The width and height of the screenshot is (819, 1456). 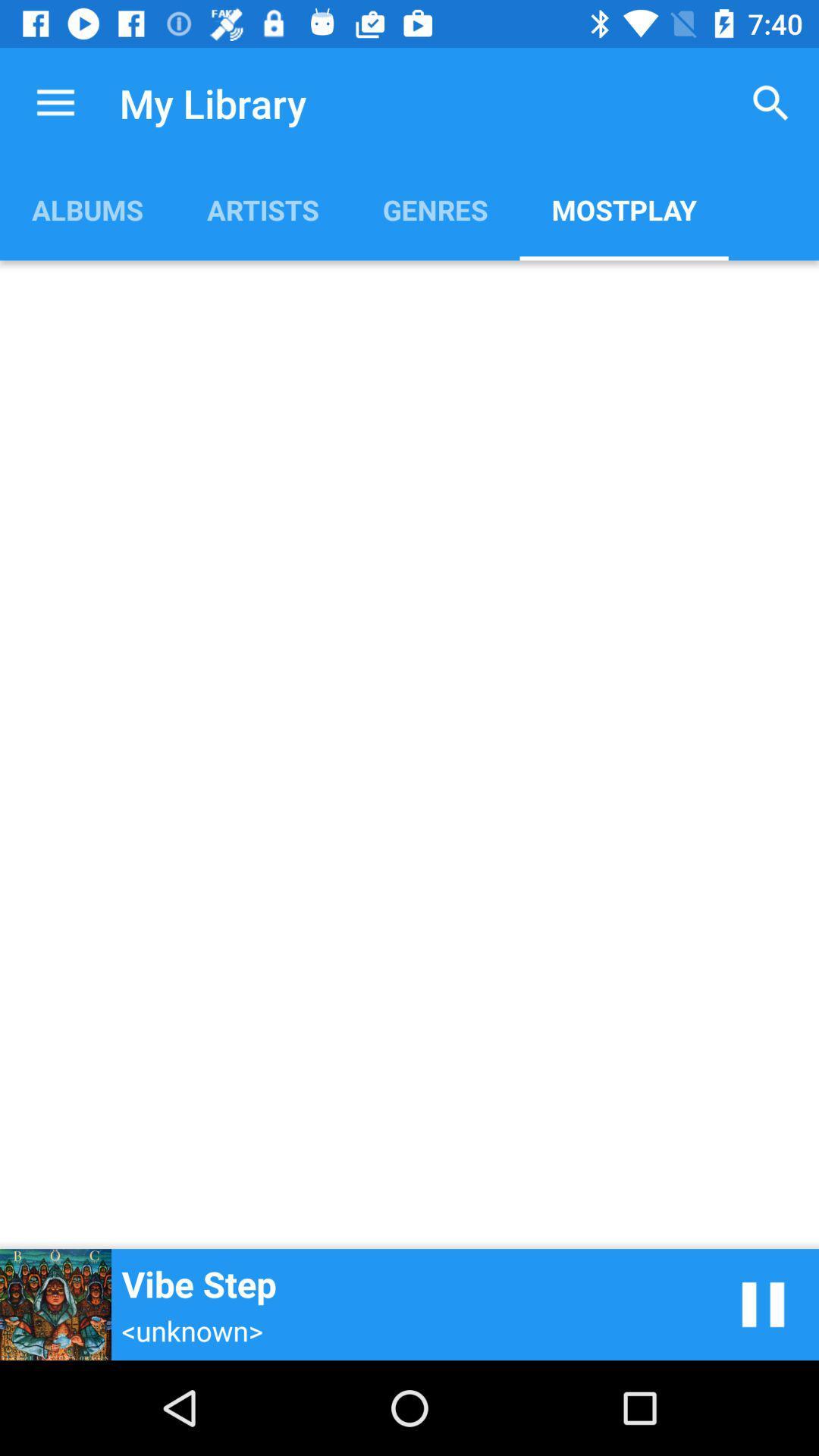 I want to click on the icon next to genres item, so click(x=624, y=209).